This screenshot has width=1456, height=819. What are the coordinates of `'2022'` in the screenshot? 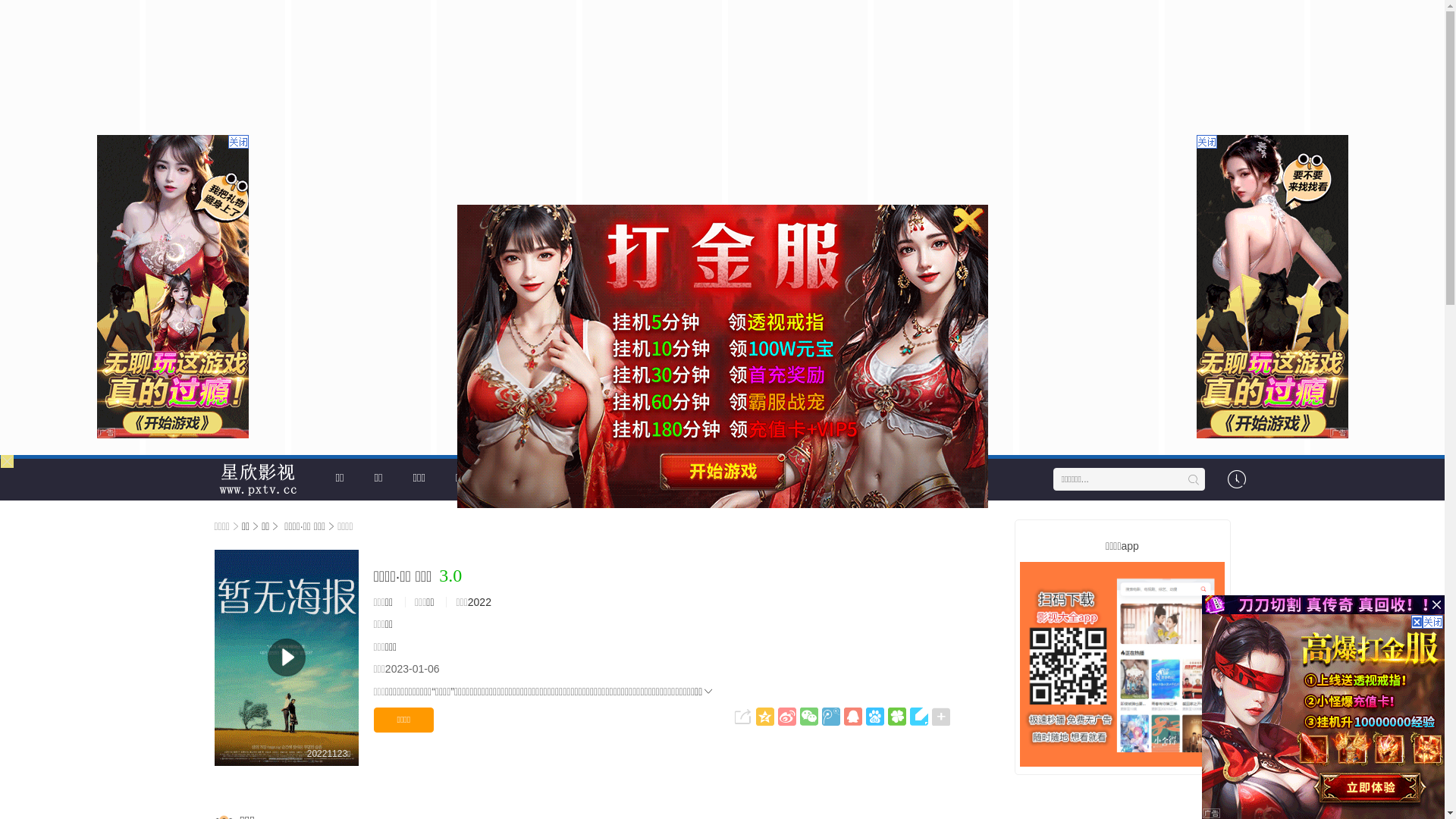 It's located at (467, 601).